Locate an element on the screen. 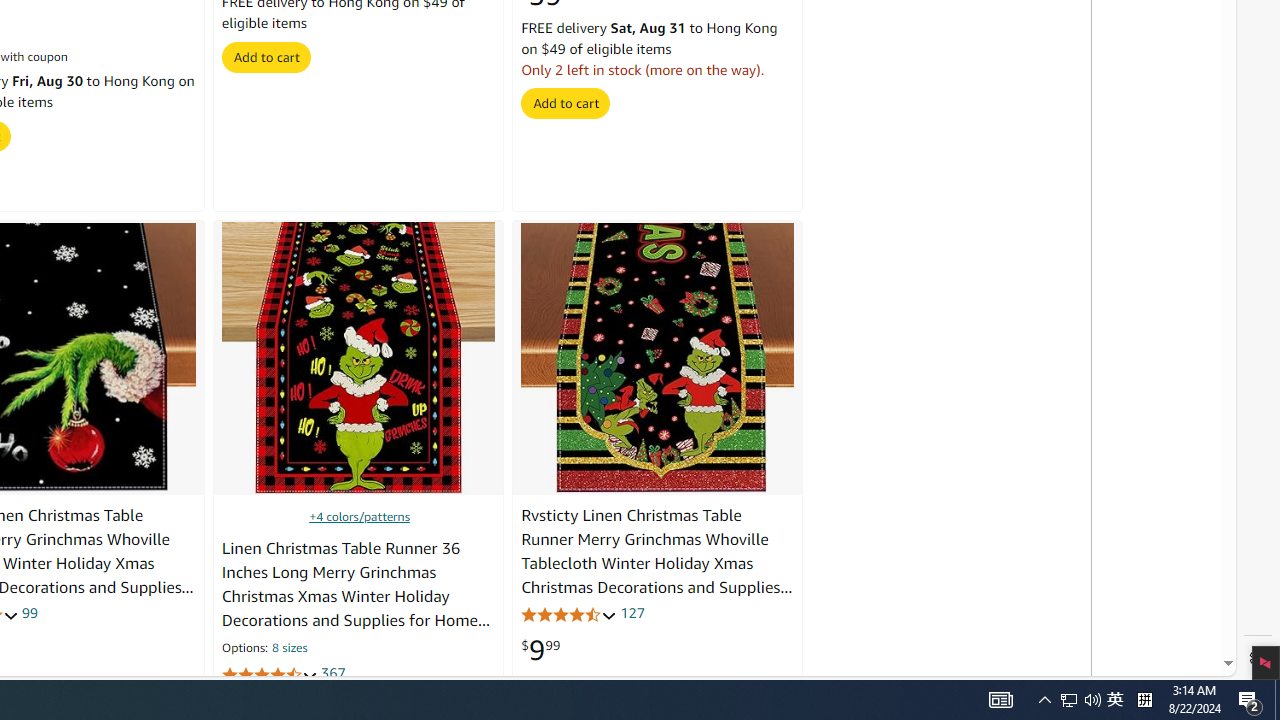 The height and width of the screenshot is (720, 1280). '8 sizes' is located at coordinates (288, 649).